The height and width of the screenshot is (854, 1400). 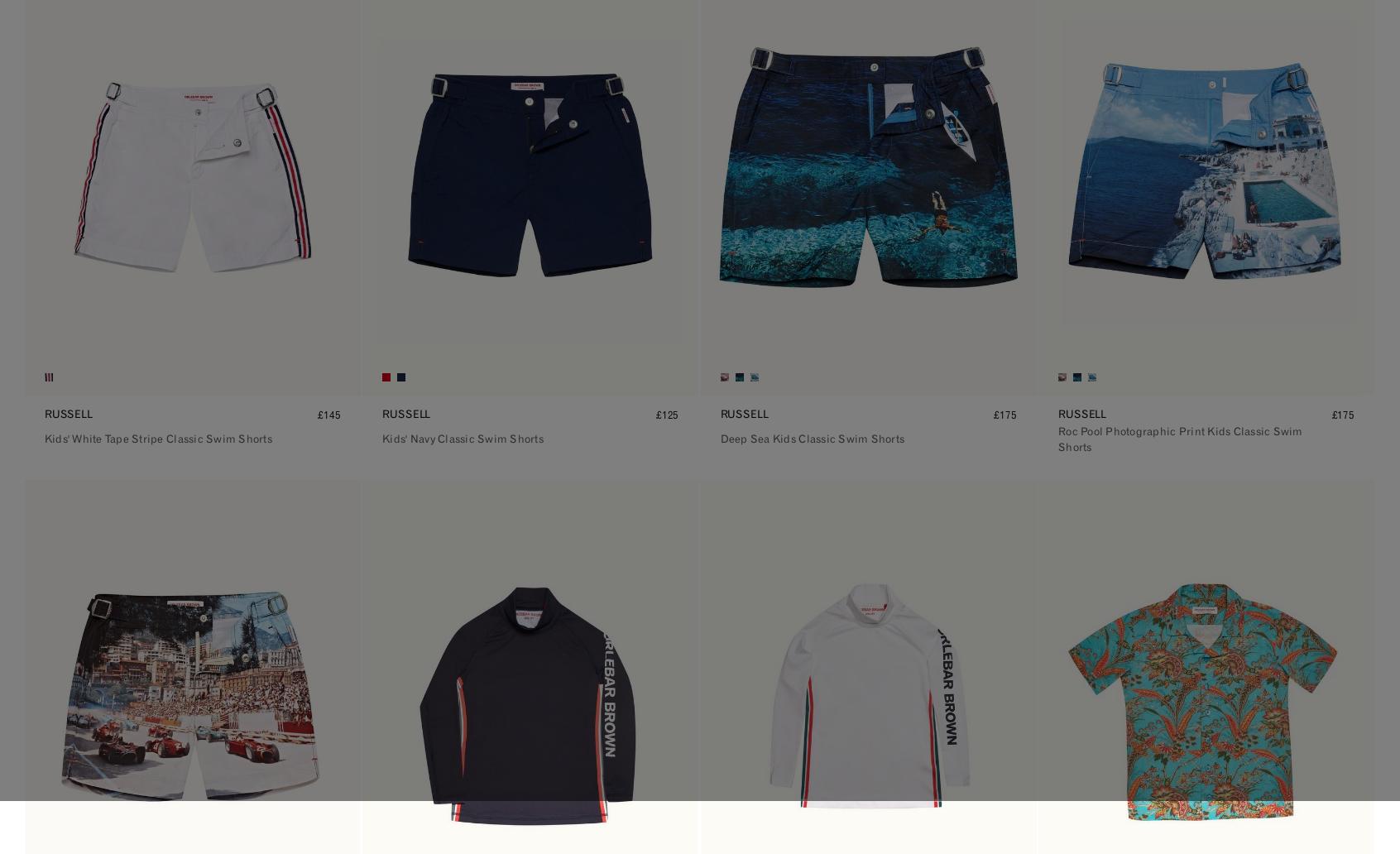 What do you see at coordinates (812, 439) in the screenshot?
I see `'Deep Sea Kids Classic Swim Shorts'` at bounding box center [812, 439].